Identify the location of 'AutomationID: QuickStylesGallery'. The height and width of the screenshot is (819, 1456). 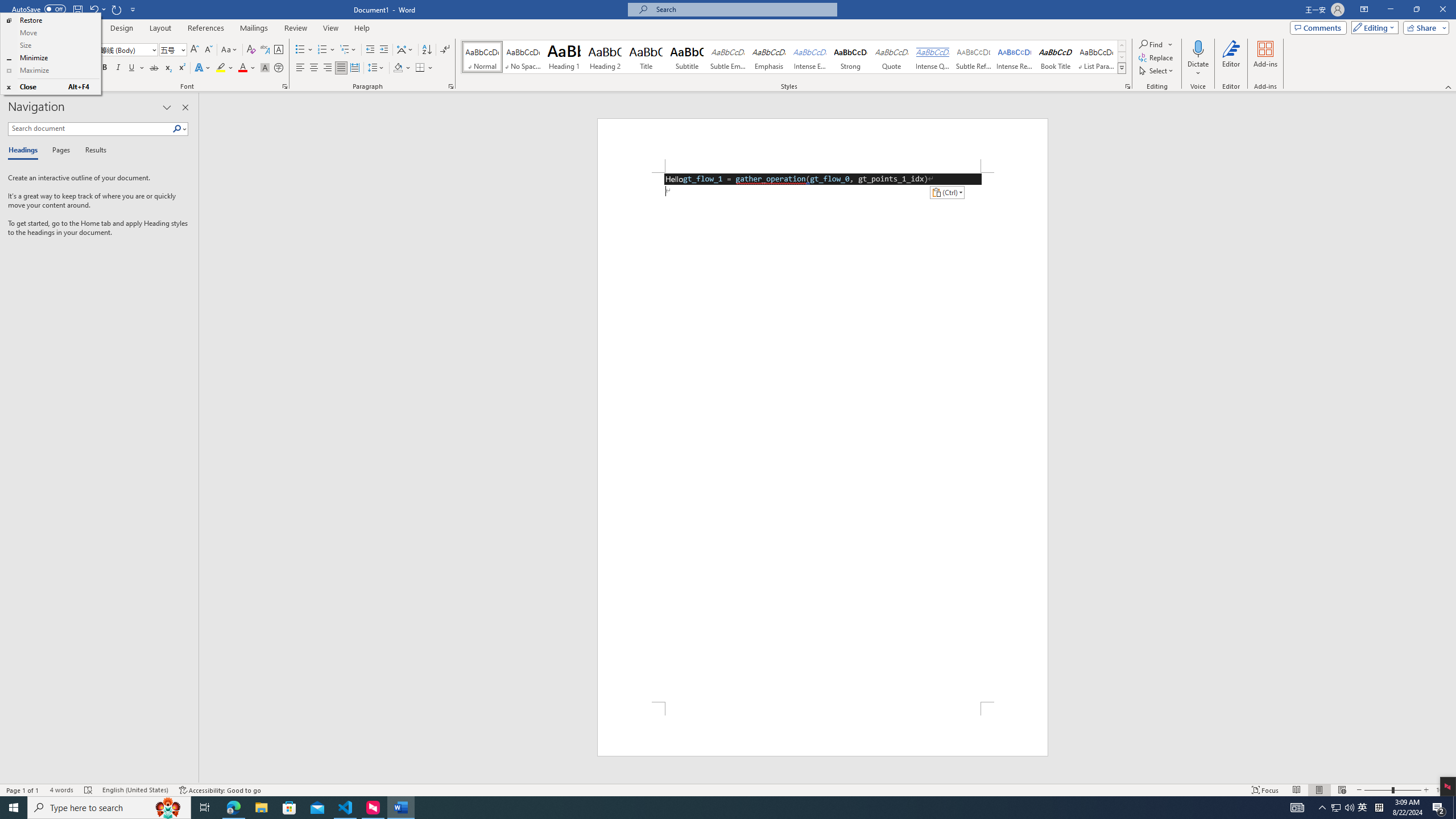
(793, 56).